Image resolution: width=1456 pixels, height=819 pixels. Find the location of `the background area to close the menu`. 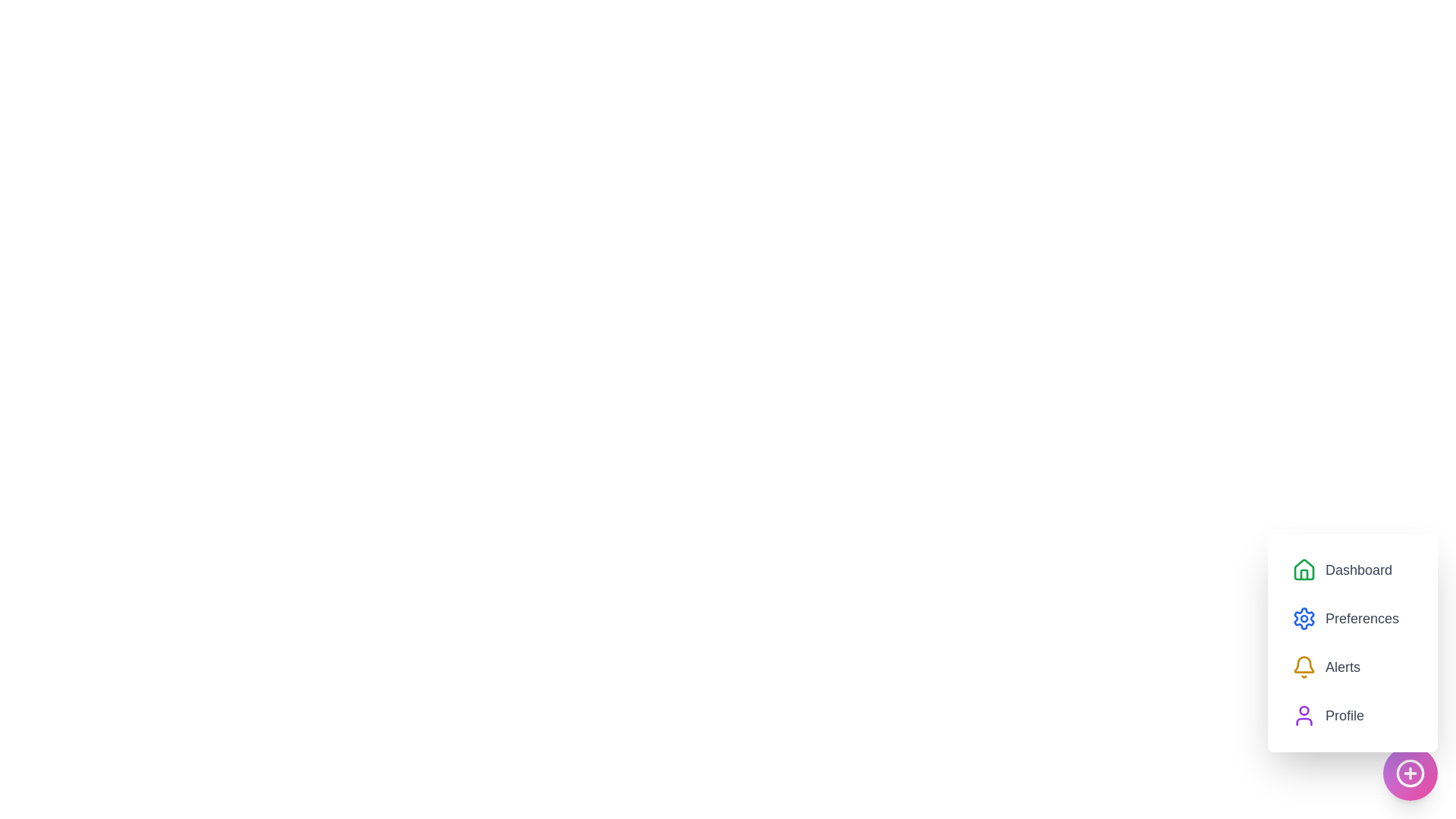

the background area to close the menu is located at coordinates (75, 76).